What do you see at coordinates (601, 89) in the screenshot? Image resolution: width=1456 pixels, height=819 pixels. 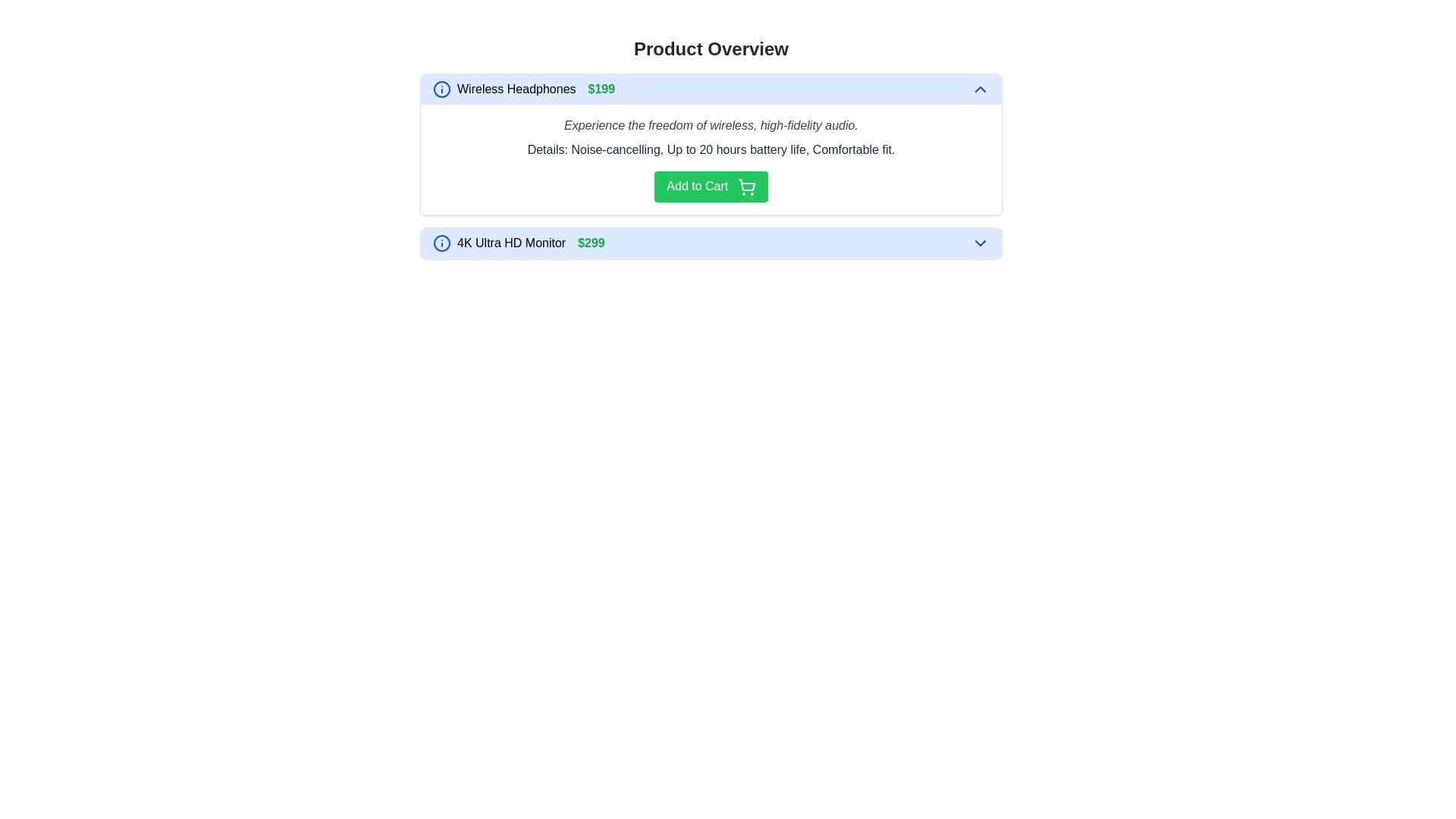 I see `the price text label for 'Wireless Headphones' located in the upper-right corner next to its title` at bounding box center [601, 89].